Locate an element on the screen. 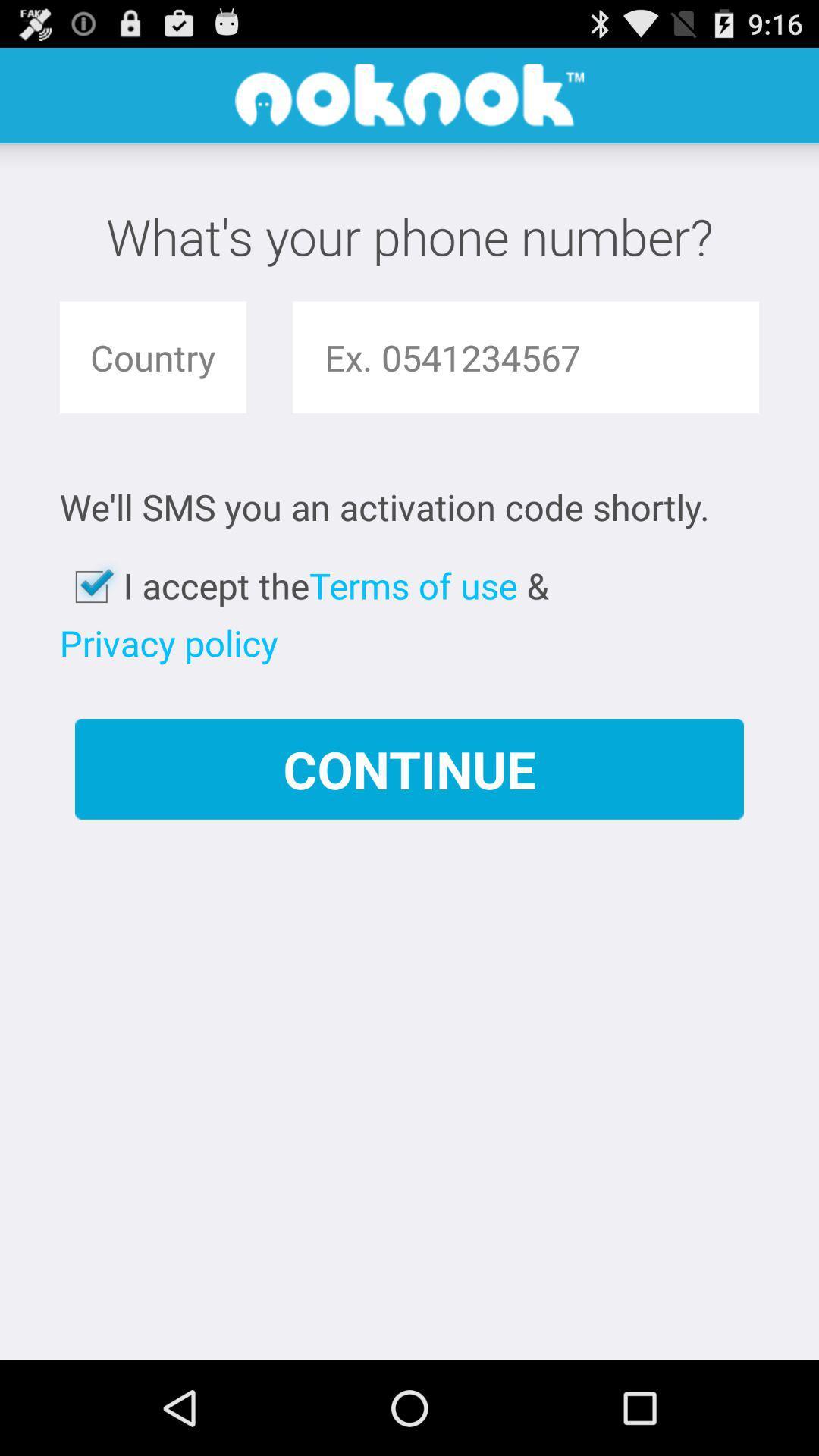  item below privacy policy app is located at coordinates (409, 769).